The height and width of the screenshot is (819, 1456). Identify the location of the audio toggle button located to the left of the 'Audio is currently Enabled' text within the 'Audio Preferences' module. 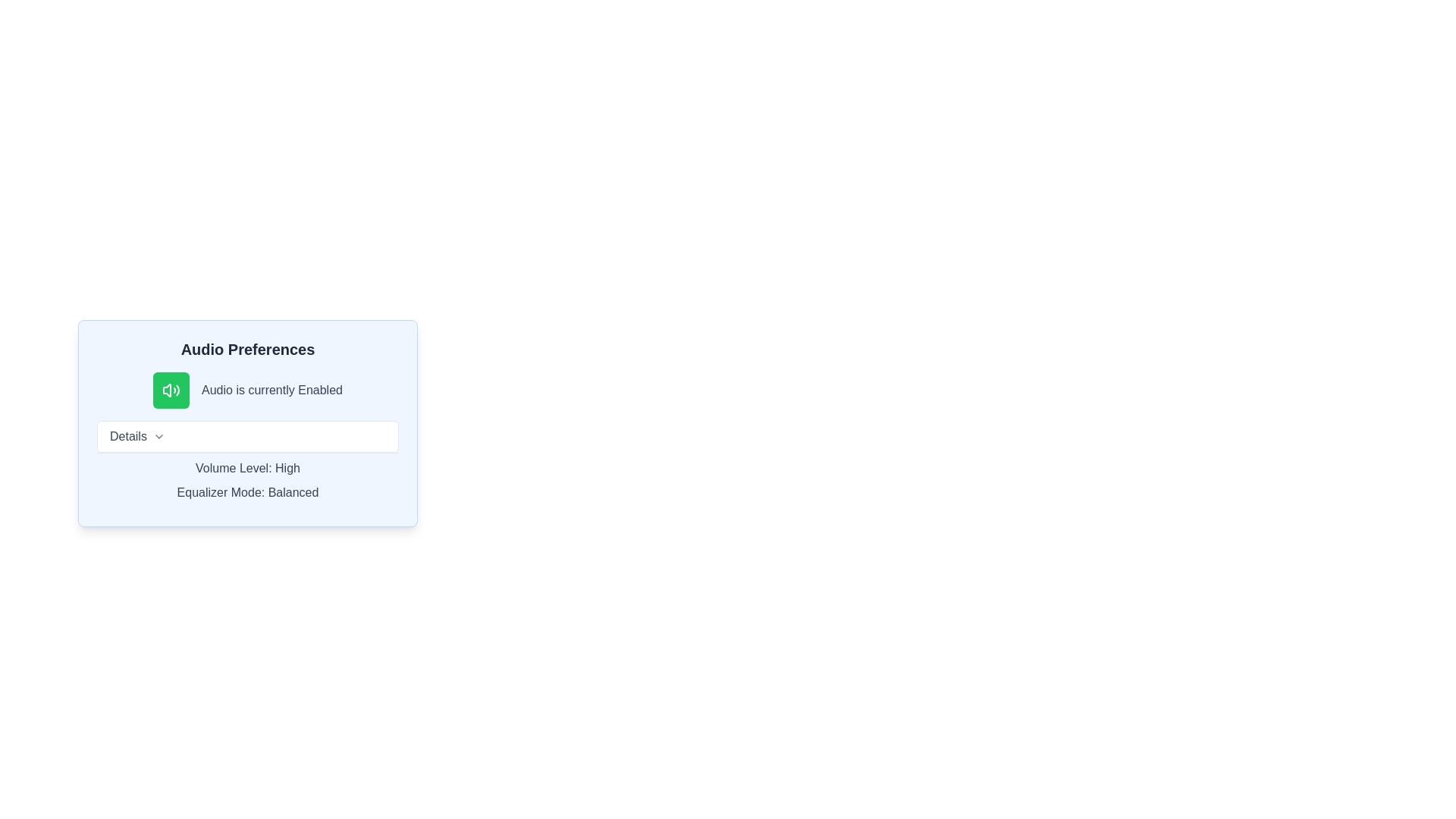
(171, 390).